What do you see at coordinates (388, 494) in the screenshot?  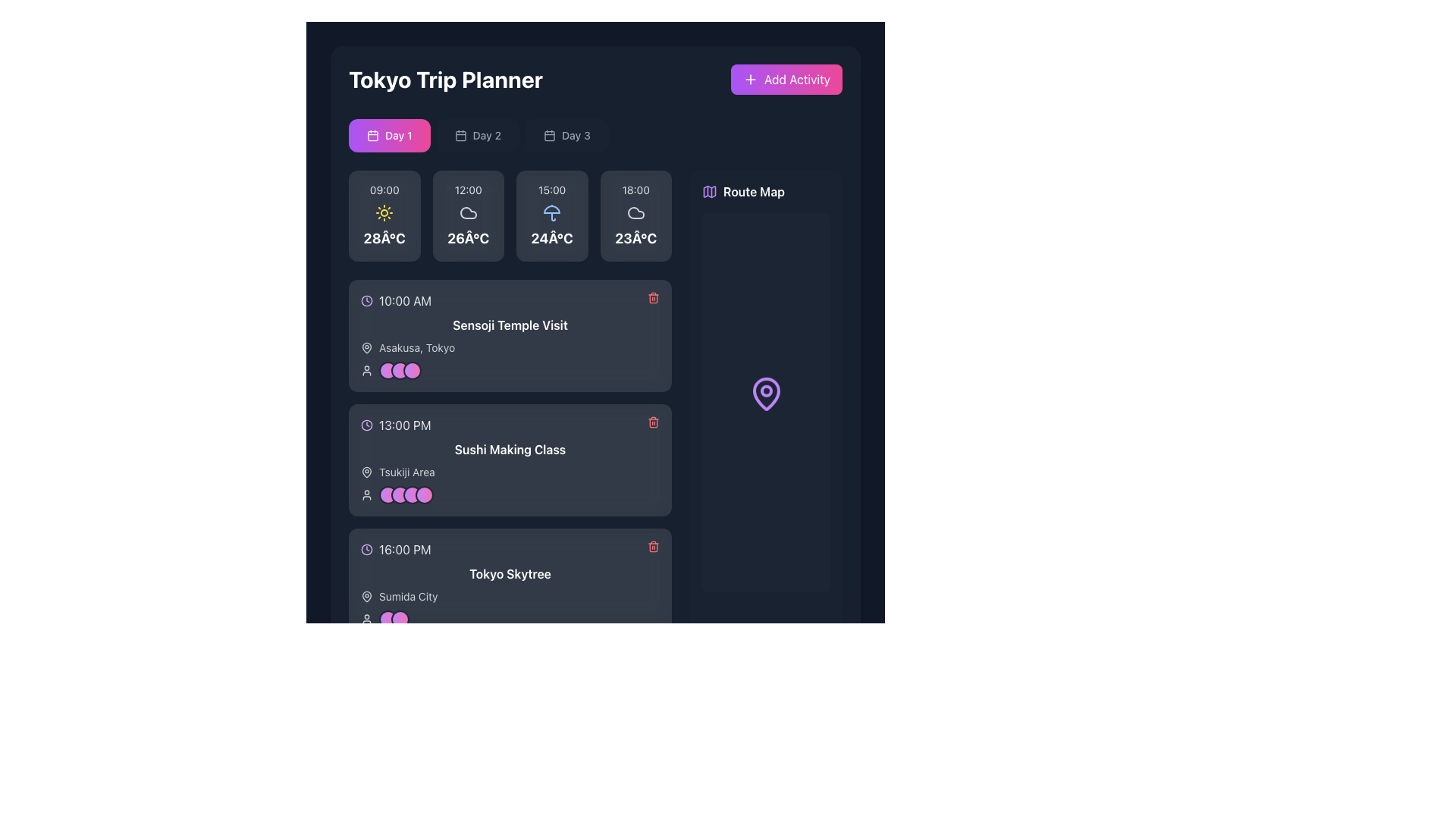 I see `the first circular avatar representing a participant in the 'Sushi Making Class' entry located below the event` at bounding box center [388, 494].